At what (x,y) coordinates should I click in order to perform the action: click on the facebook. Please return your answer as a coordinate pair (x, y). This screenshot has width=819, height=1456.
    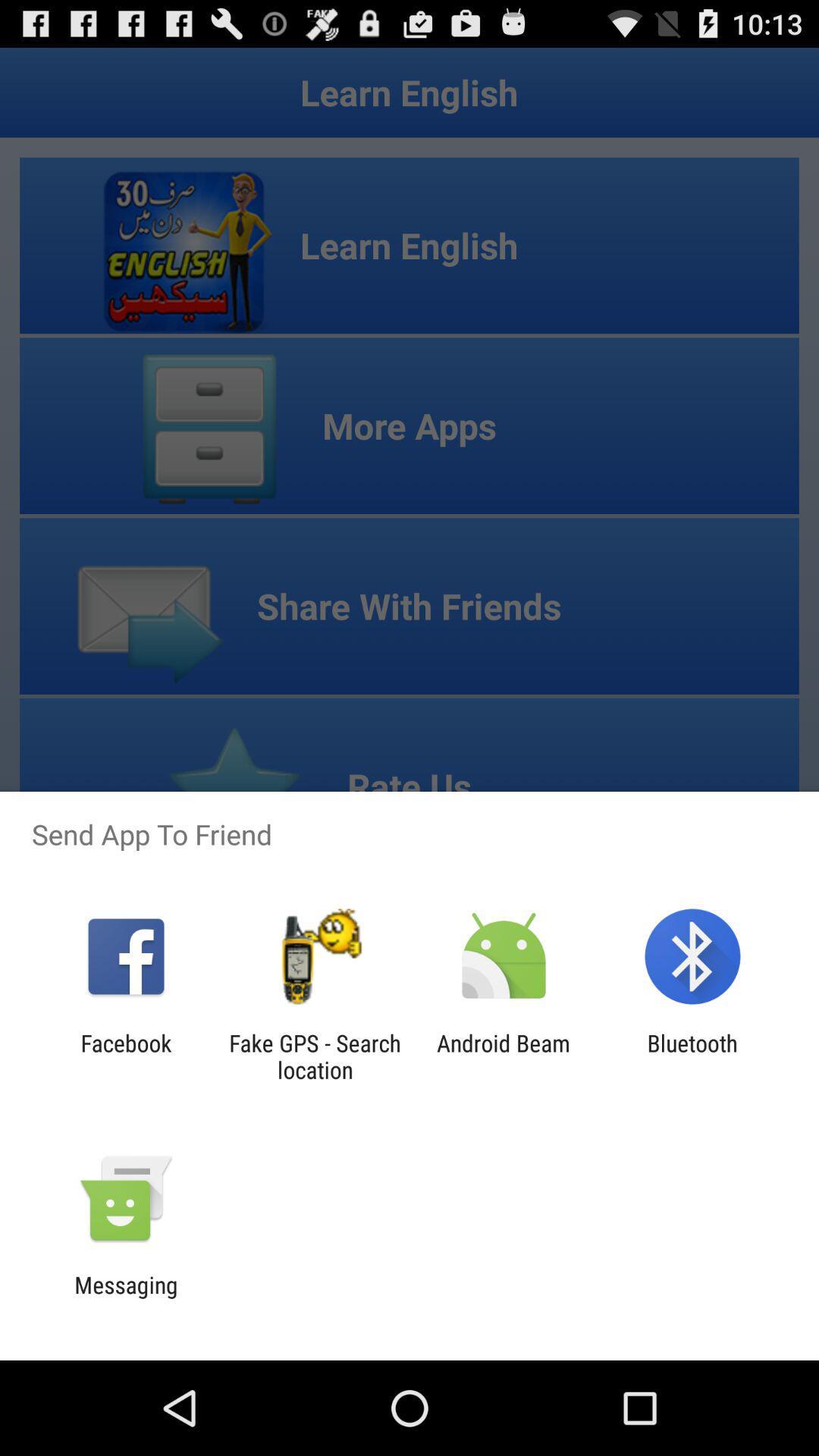
    Looking at the image, I should click on (125, 1056).